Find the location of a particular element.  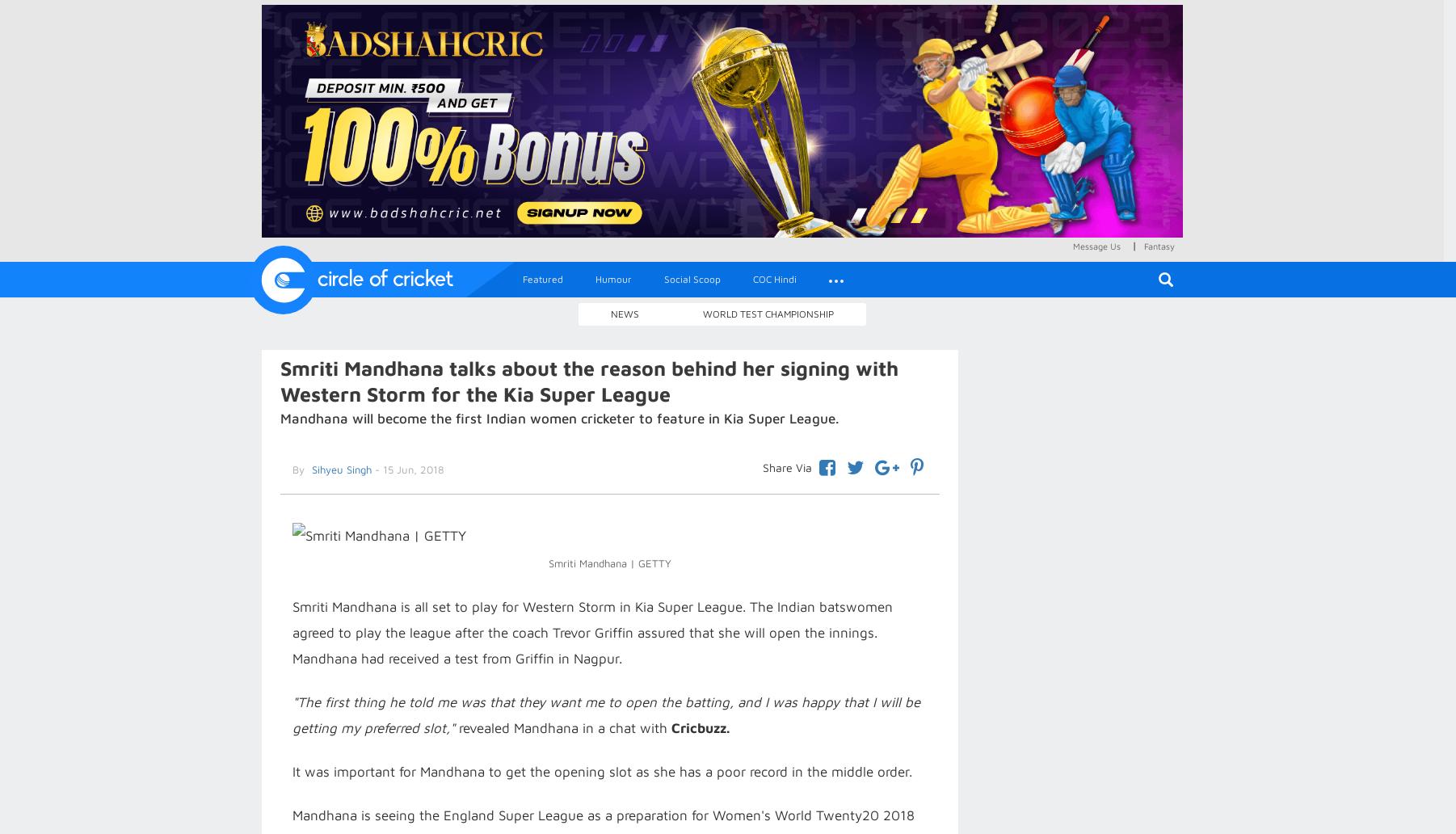

'It was important for Mandhana to get the opening slot as she has a poor record in the middle order.' is located at coordinates (600, 771).